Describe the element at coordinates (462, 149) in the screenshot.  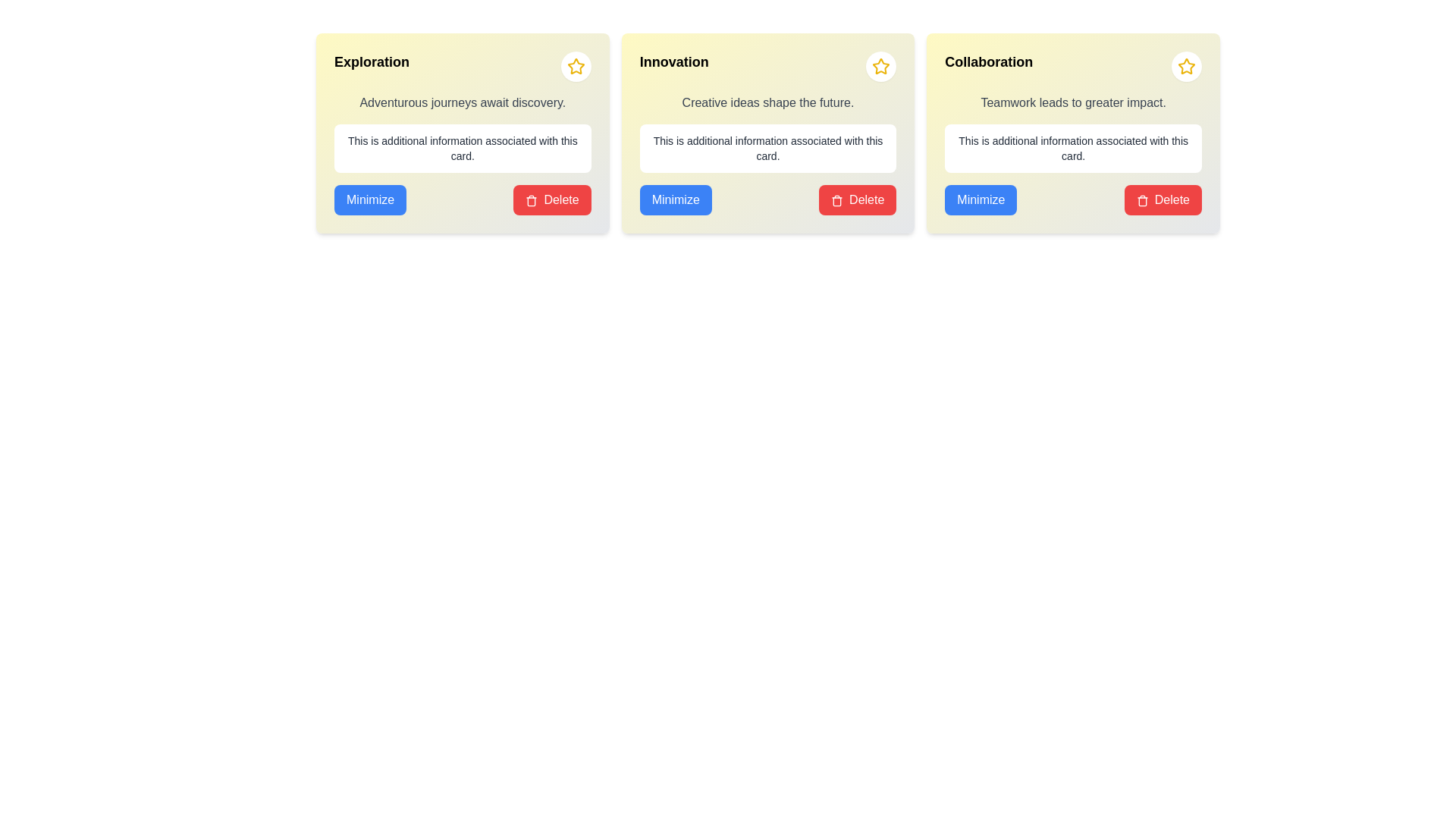
I see `the static text displaying 'This is additional information associated with this card.' located within the 'Exploration' card section` at that location.